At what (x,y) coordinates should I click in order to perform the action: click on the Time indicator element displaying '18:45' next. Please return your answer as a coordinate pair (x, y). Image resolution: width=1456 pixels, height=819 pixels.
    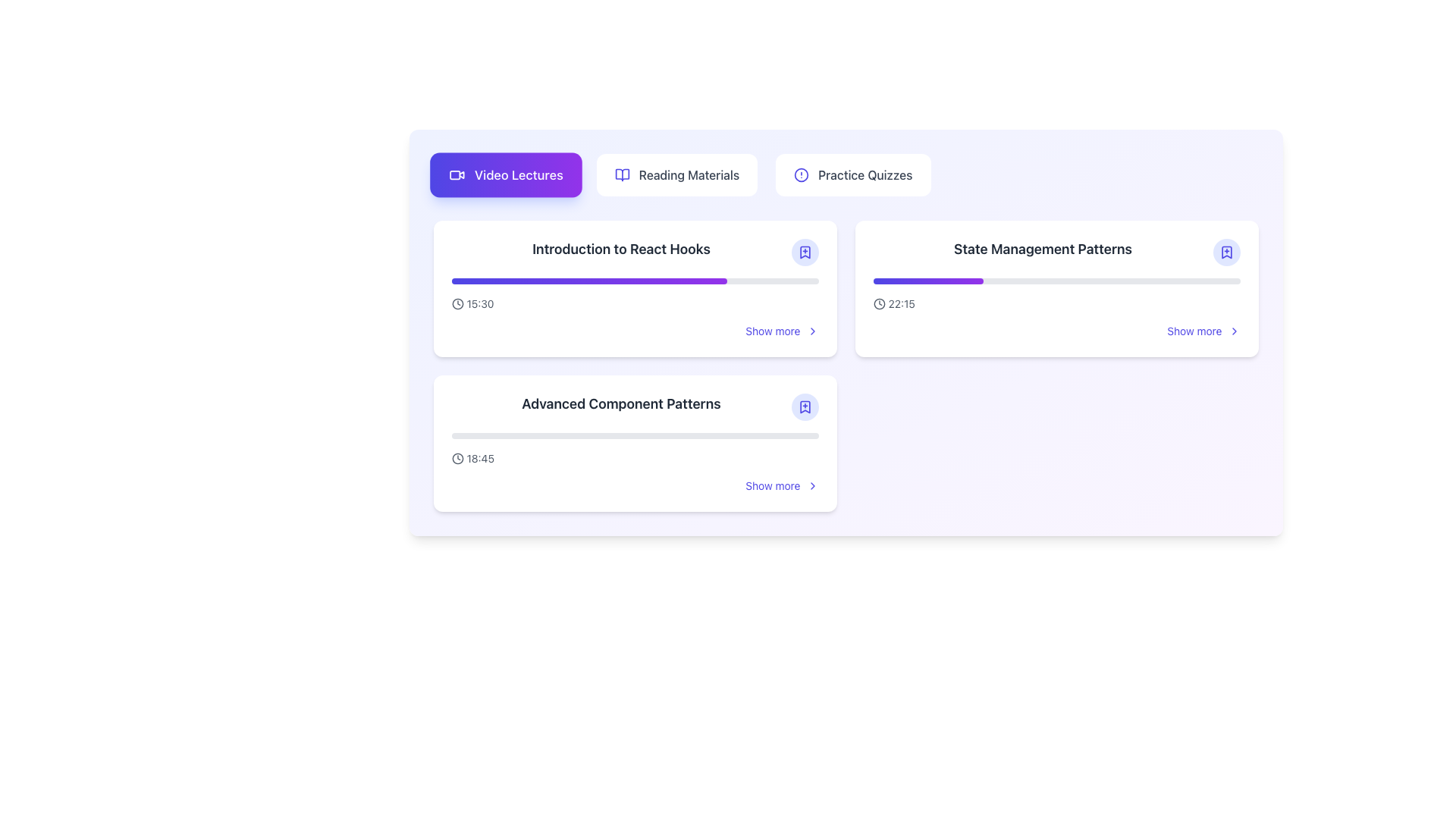
    Looking at the image, I should click on (472, 458).